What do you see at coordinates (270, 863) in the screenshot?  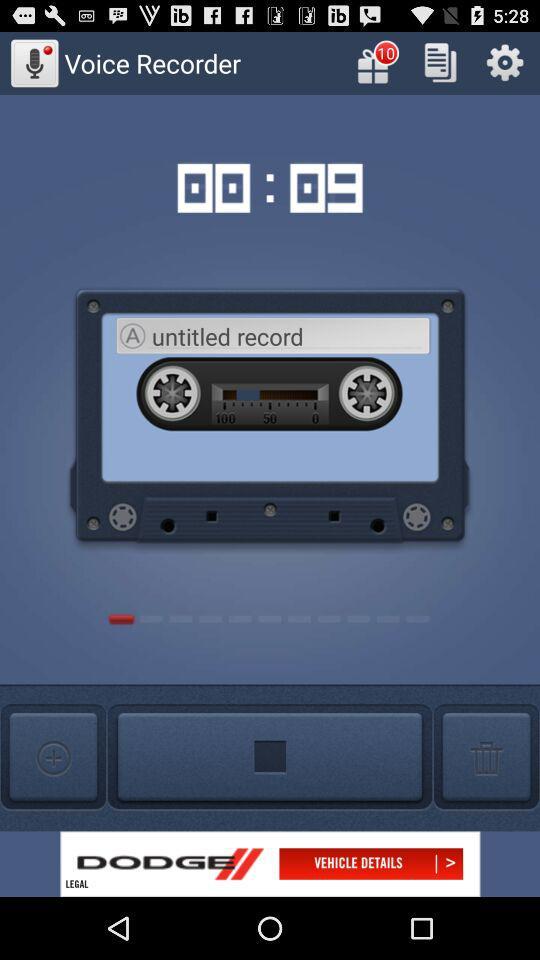 I see `to see more add` at bounding box center [270, 863].